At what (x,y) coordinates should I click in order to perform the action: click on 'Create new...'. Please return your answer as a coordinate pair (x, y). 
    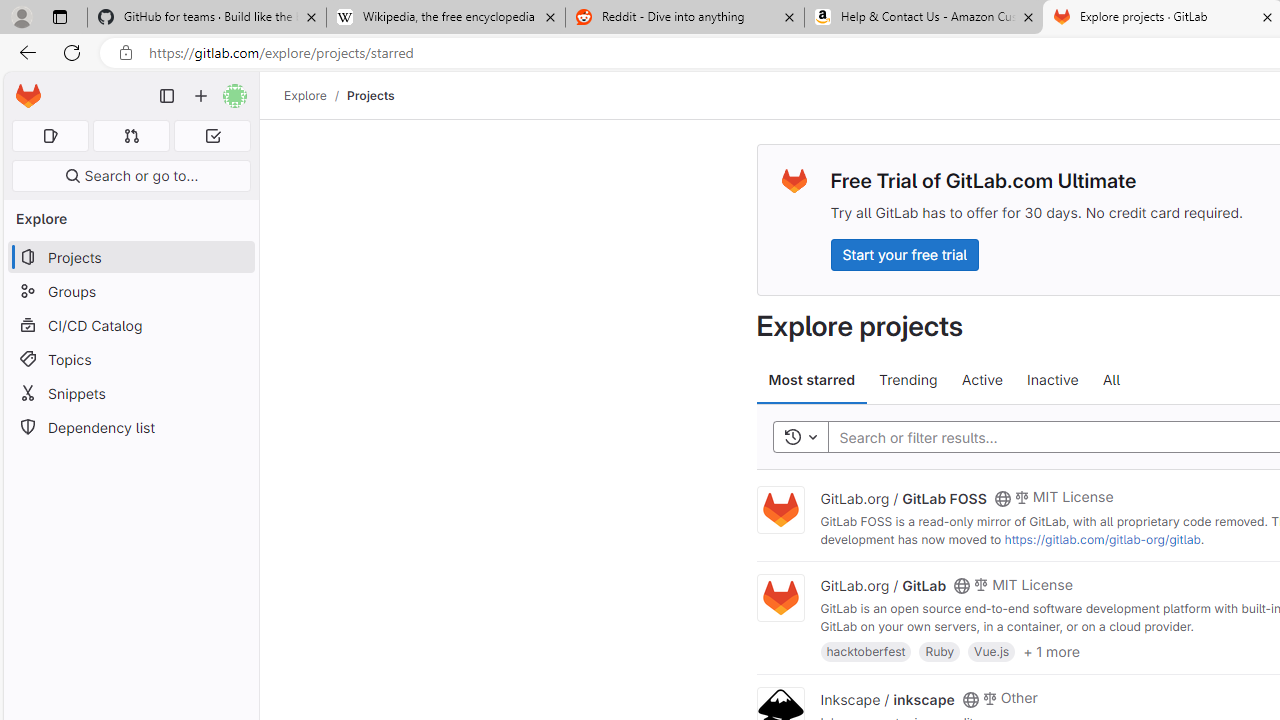
    Looking at the image, I should click on (201, 96).